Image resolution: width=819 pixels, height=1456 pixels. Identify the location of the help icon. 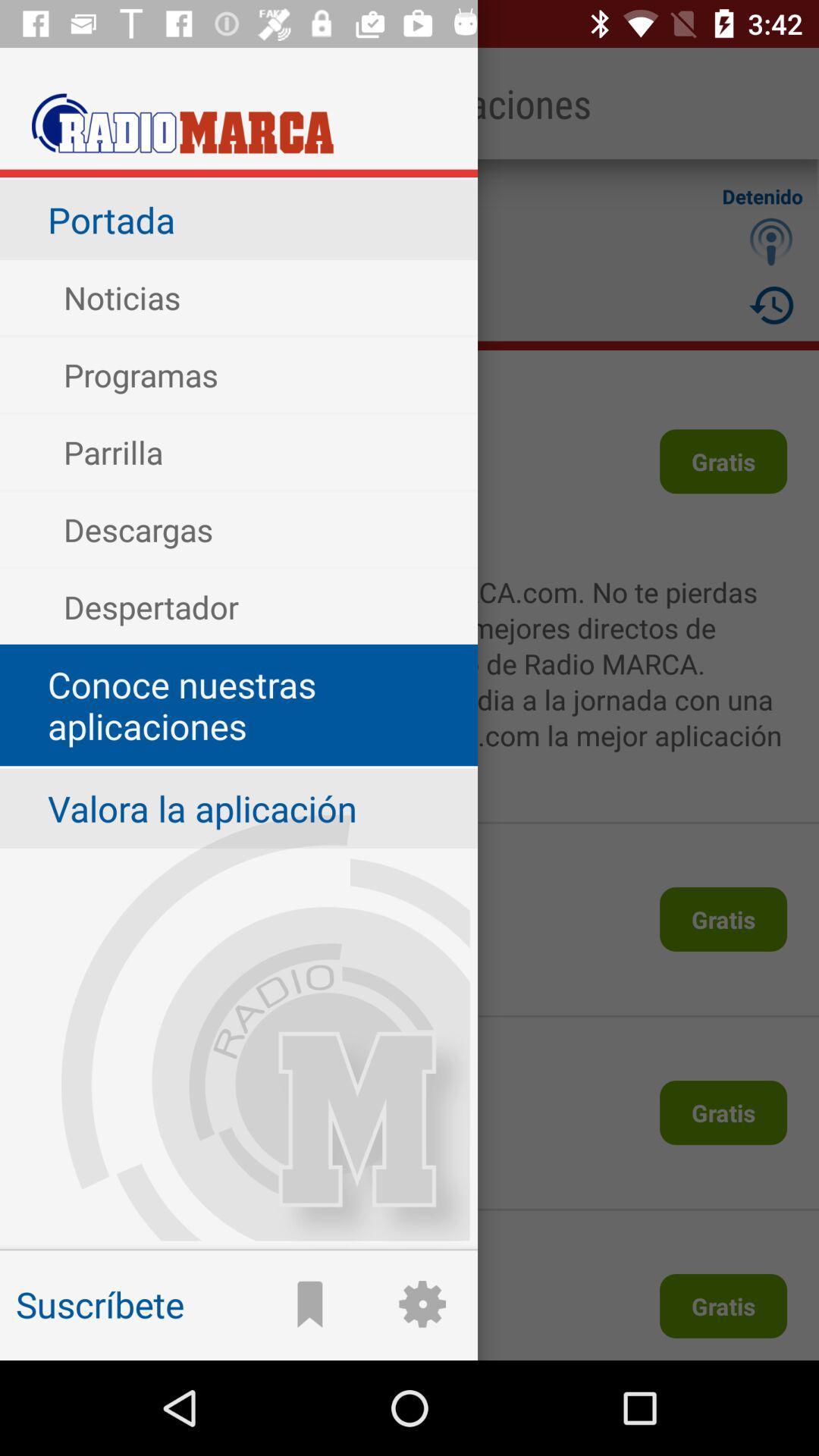
(771, 240).